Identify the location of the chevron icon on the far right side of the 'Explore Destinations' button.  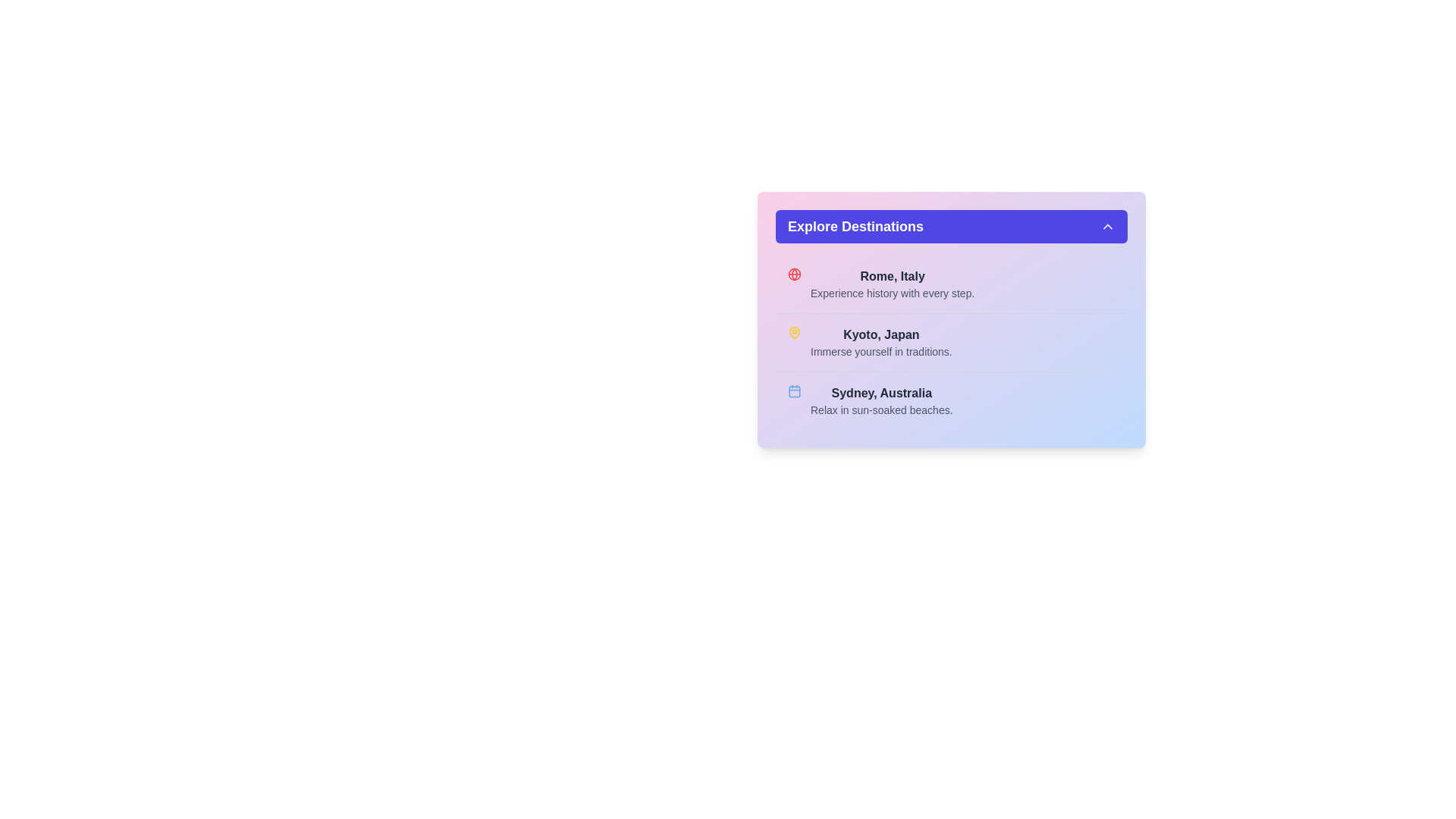
(1107, 227).